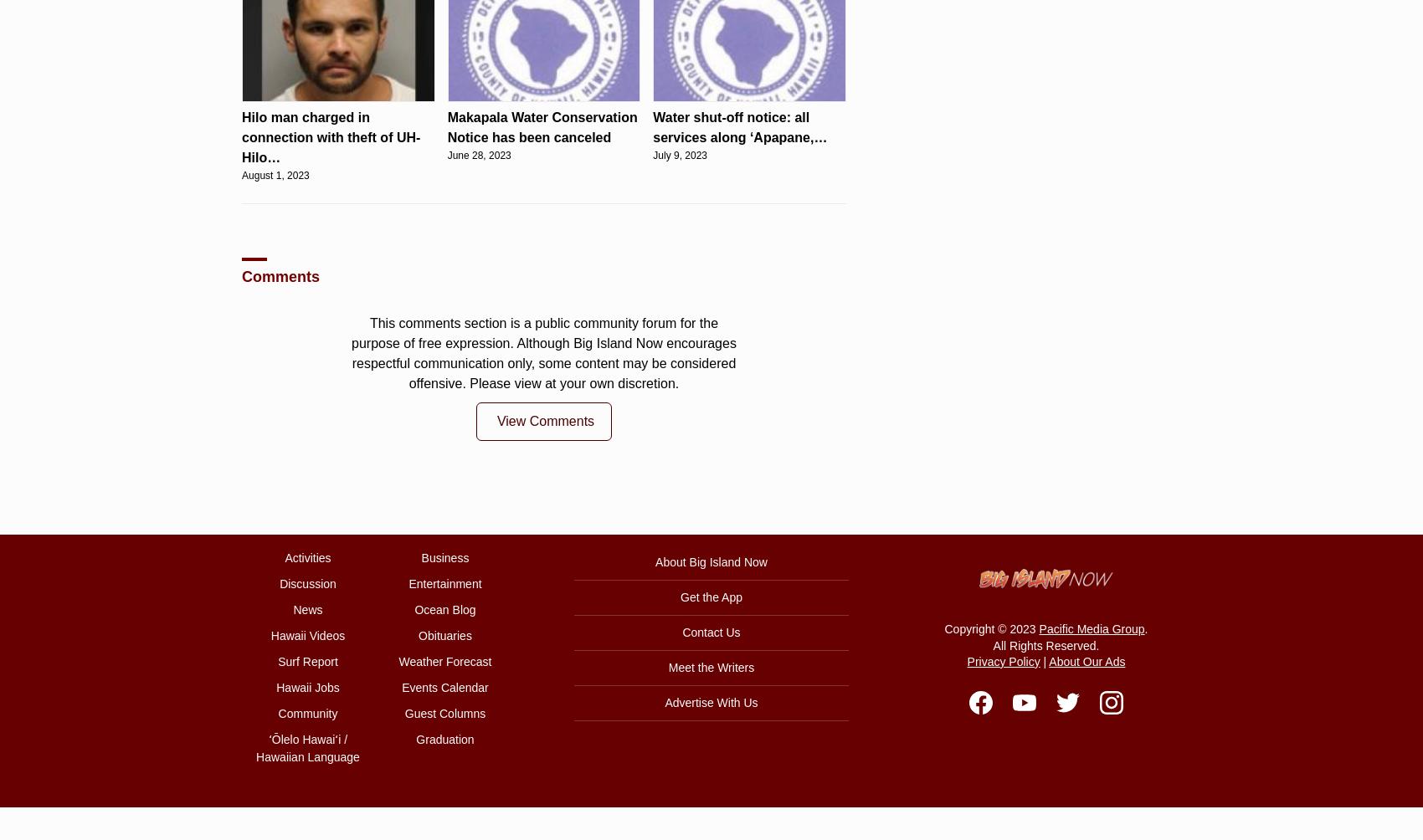  Describe the element at coordinates (280, 790) in the screenshot. I see `'October 25, 2023'` at that location.